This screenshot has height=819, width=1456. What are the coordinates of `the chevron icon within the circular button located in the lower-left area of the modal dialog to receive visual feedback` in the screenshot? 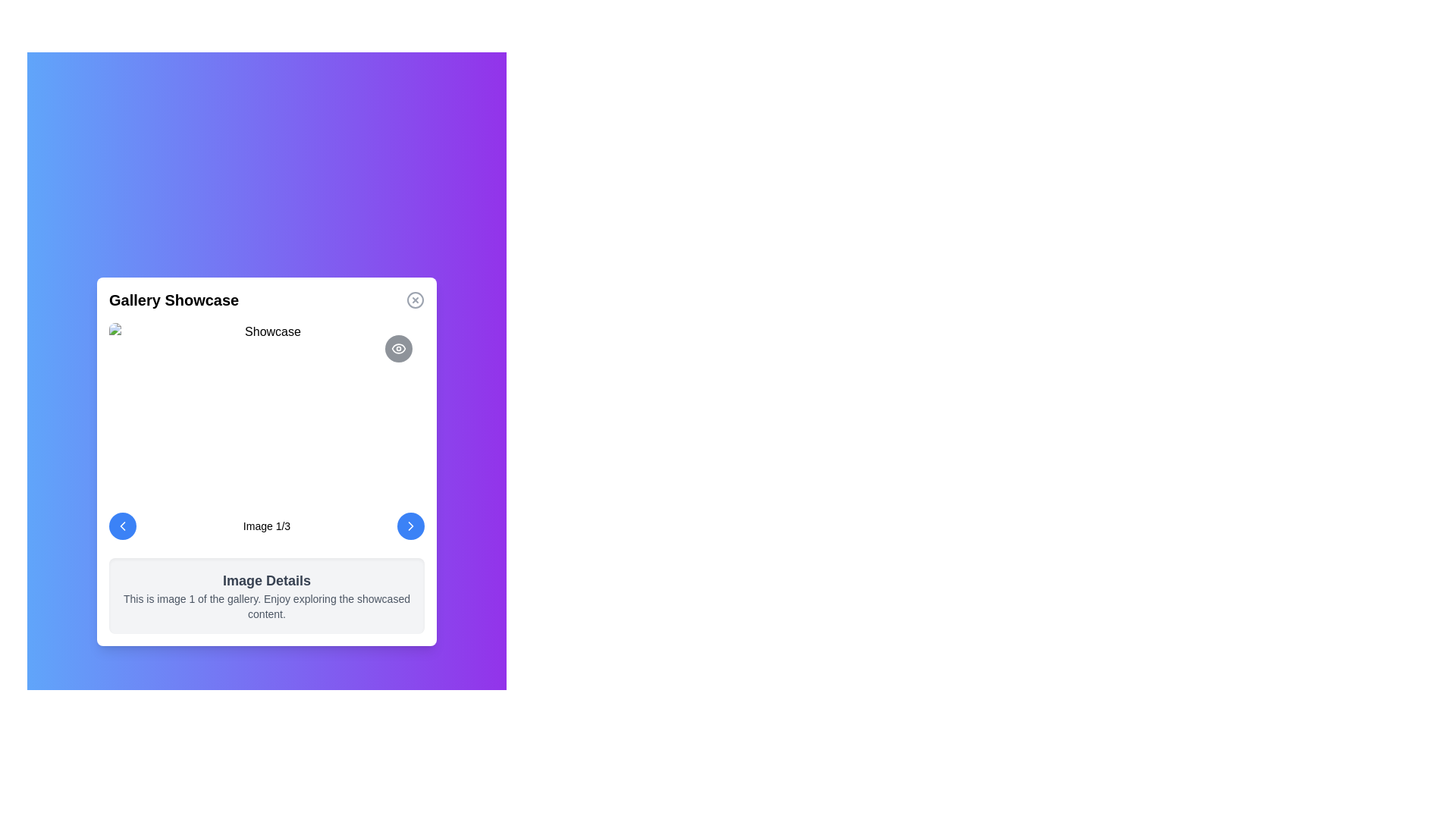 It's located at (123, 526).